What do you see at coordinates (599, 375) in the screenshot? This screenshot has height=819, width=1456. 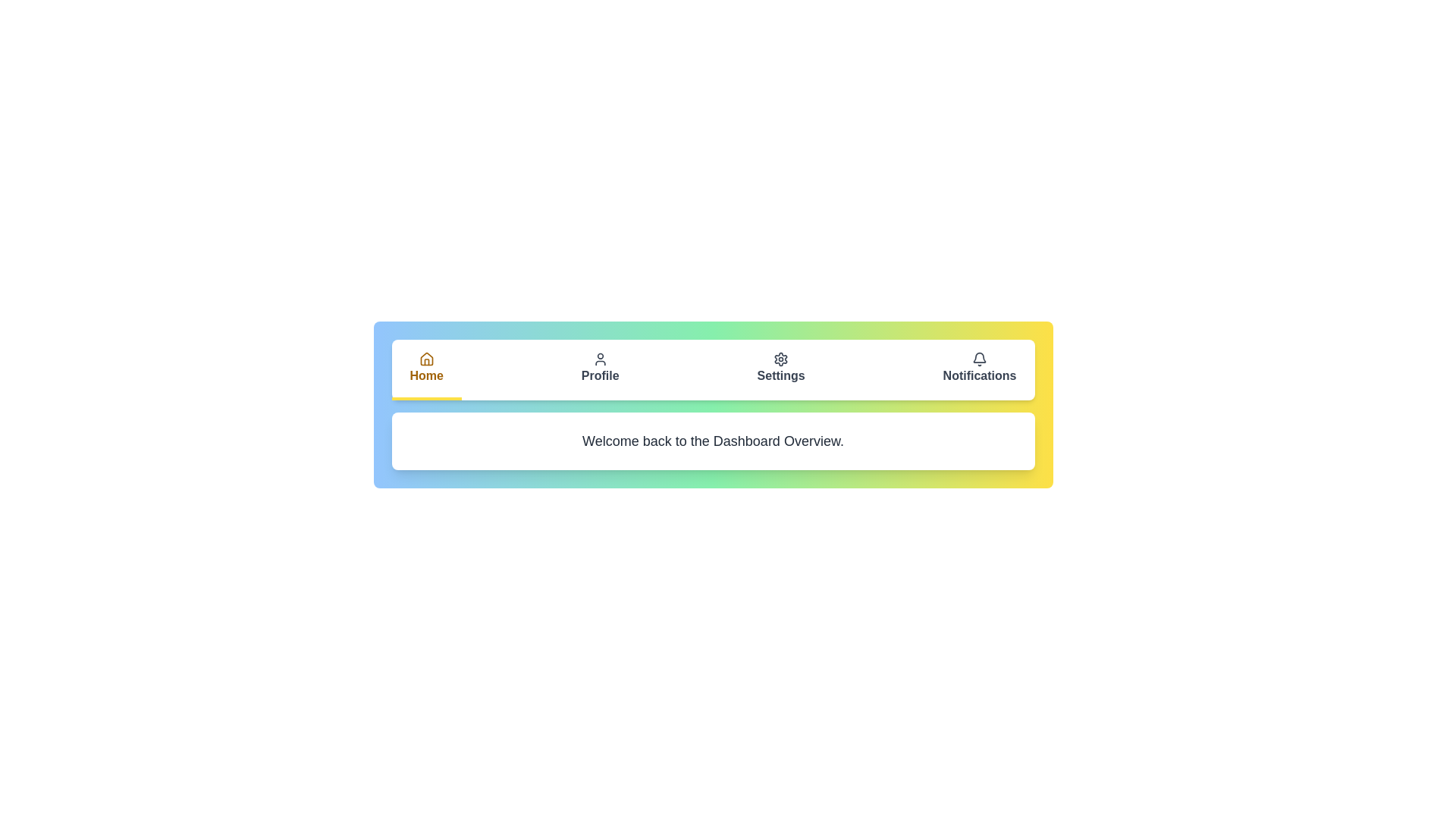 I see `the 'Profile' text label in the navigation bar, which is styled in bold and located between the 'Home' and 'Settings' sections` at bounding box center [599, 375].